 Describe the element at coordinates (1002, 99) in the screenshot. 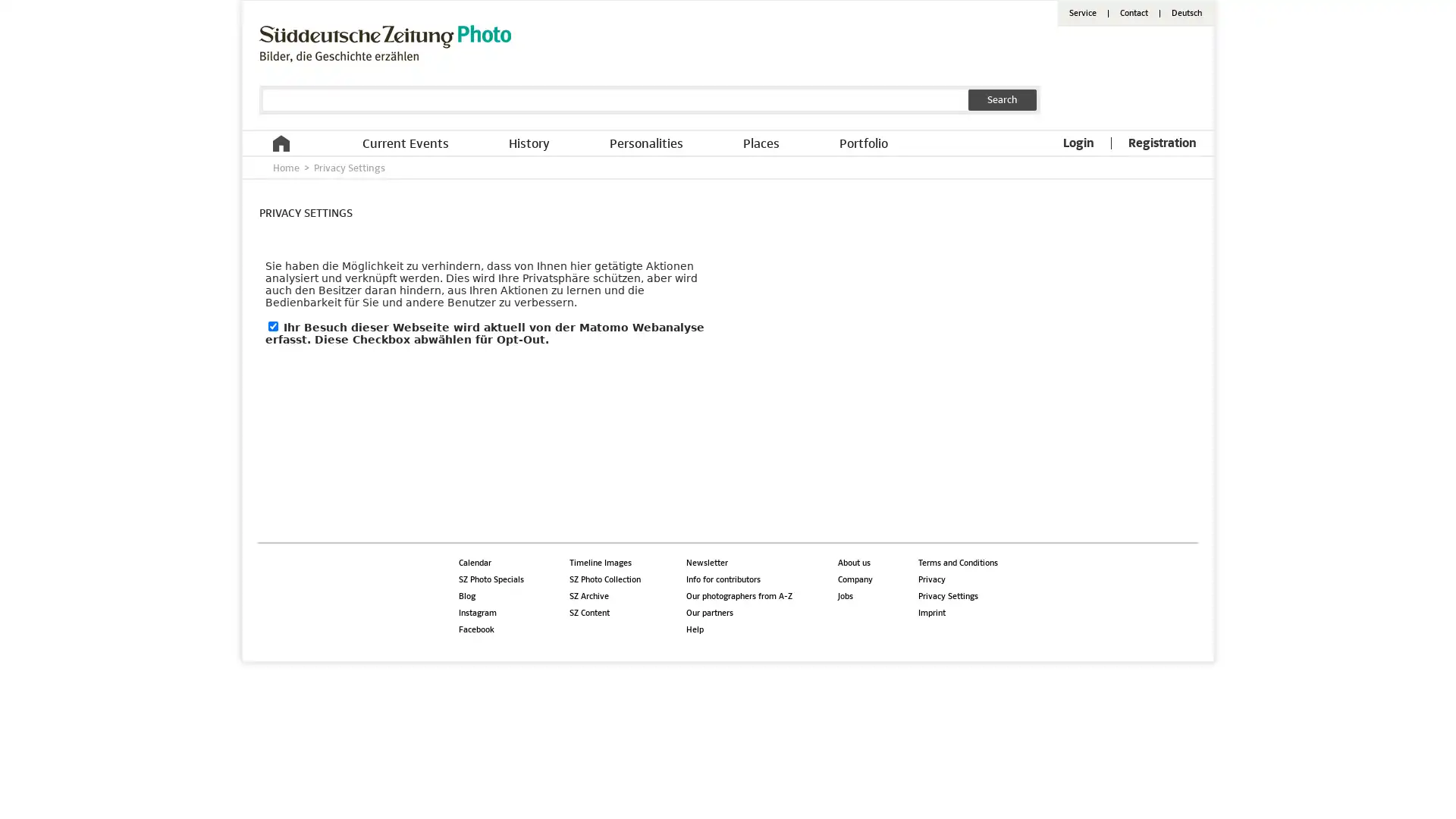

I see `Search` at that location.